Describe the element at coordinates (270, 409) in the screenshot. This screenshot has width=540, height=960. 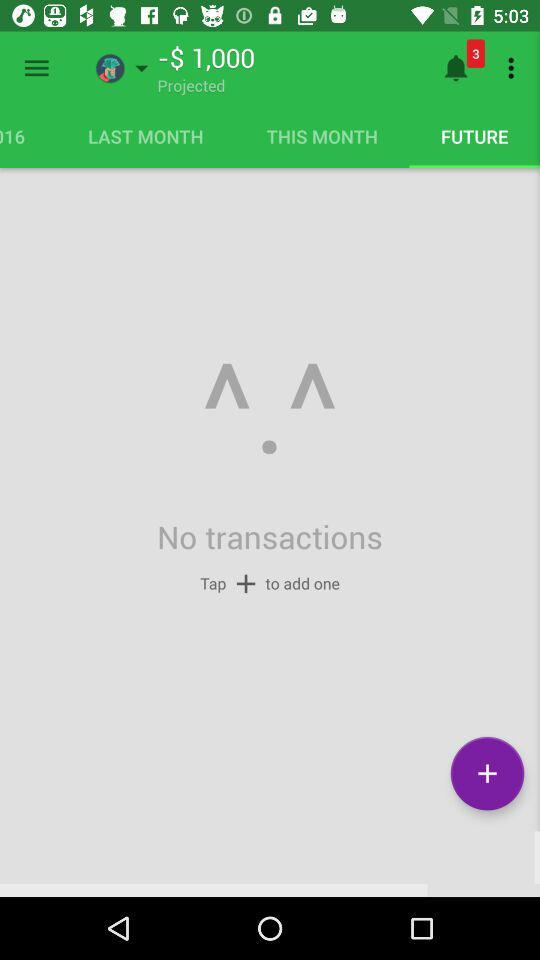
I see `^.^ icon` at that location.